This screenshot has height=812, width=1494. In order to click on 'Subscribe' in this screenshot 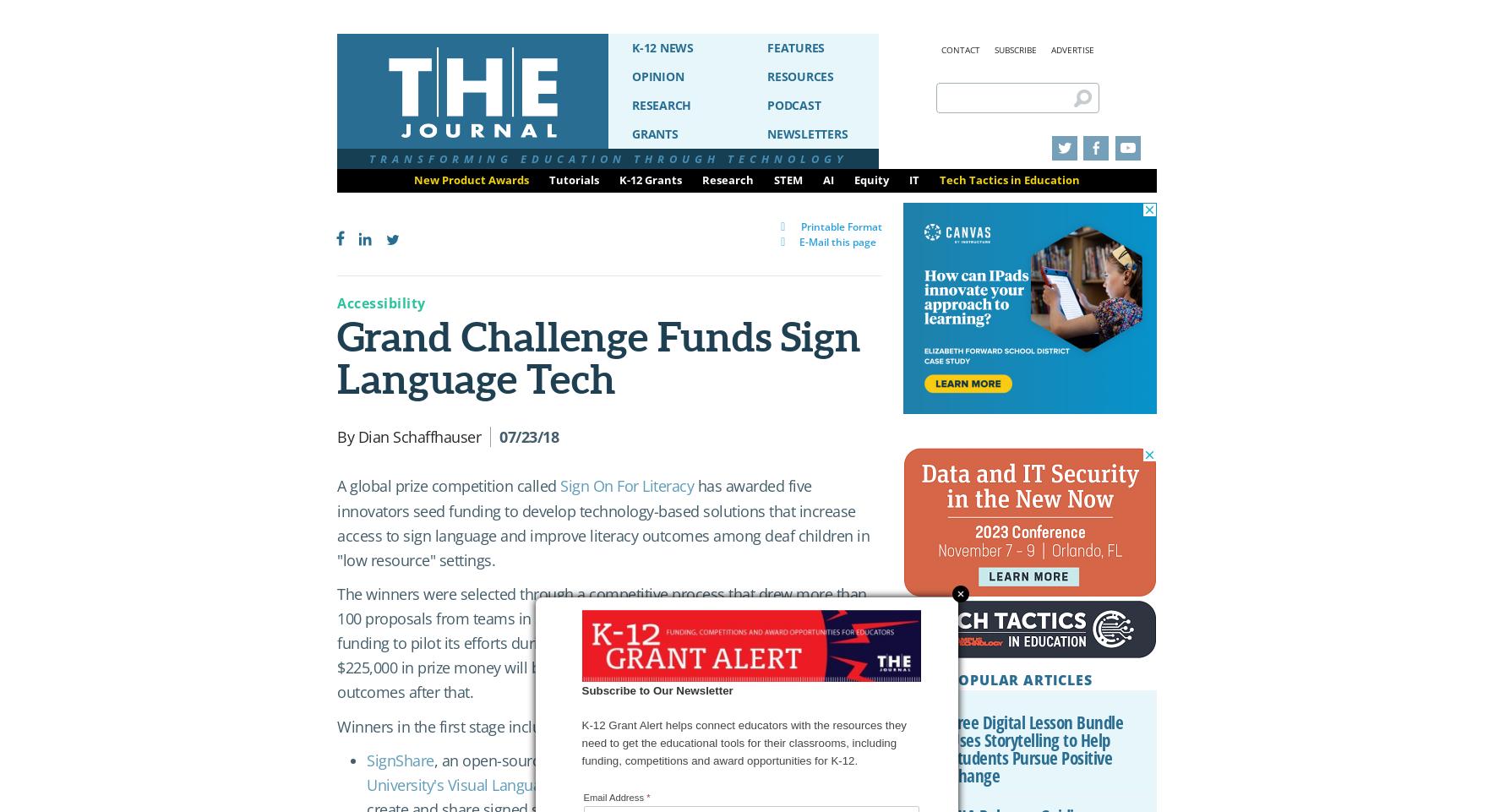, I will do `click(1016, 50)`.